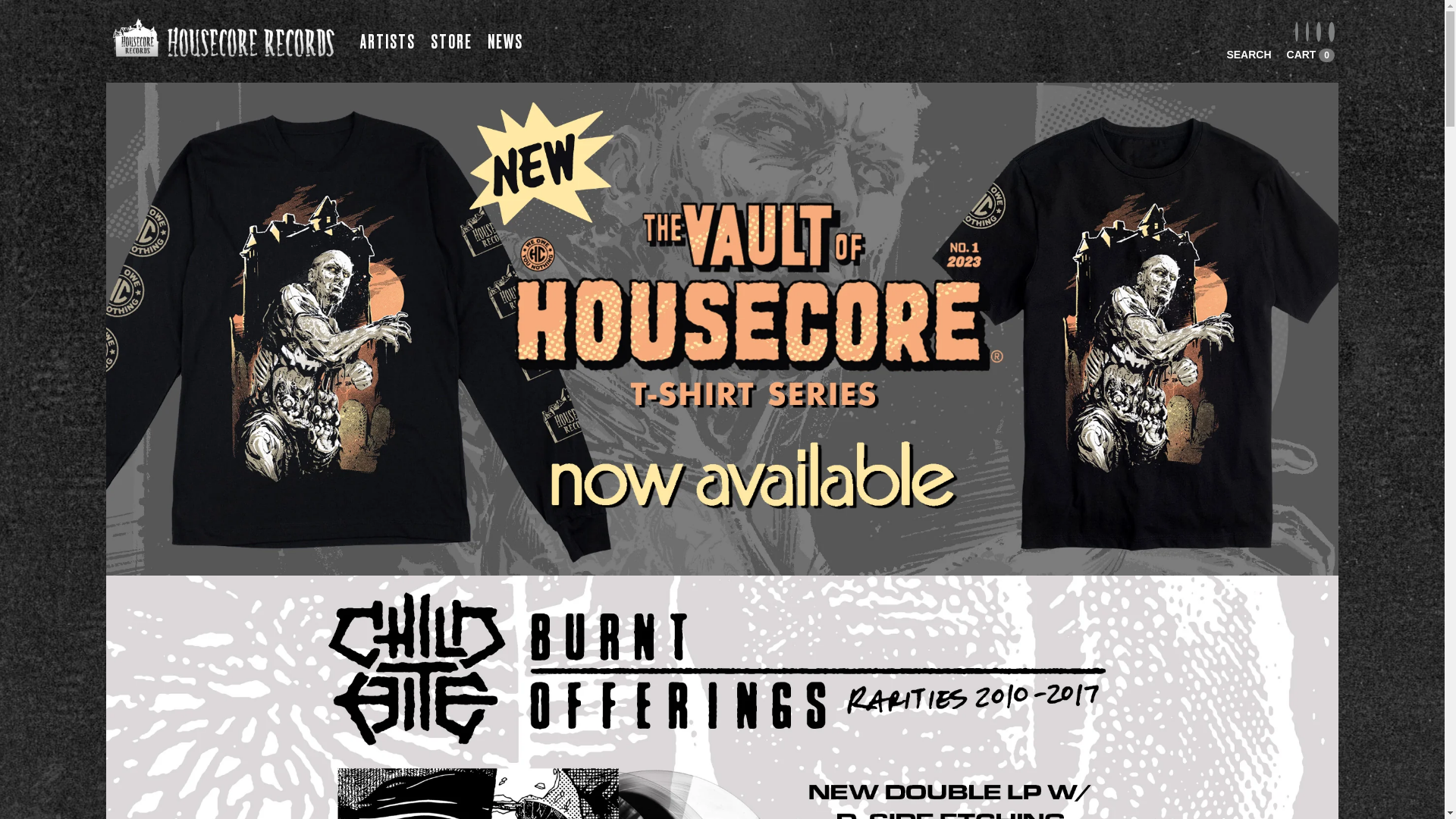 Image resolution: width=1456 pixels, height=819 pixels. What do you see at coordinates (1294, 32) in the screenshot?
I see `'facebook'` at bounding box center [1294, 32].